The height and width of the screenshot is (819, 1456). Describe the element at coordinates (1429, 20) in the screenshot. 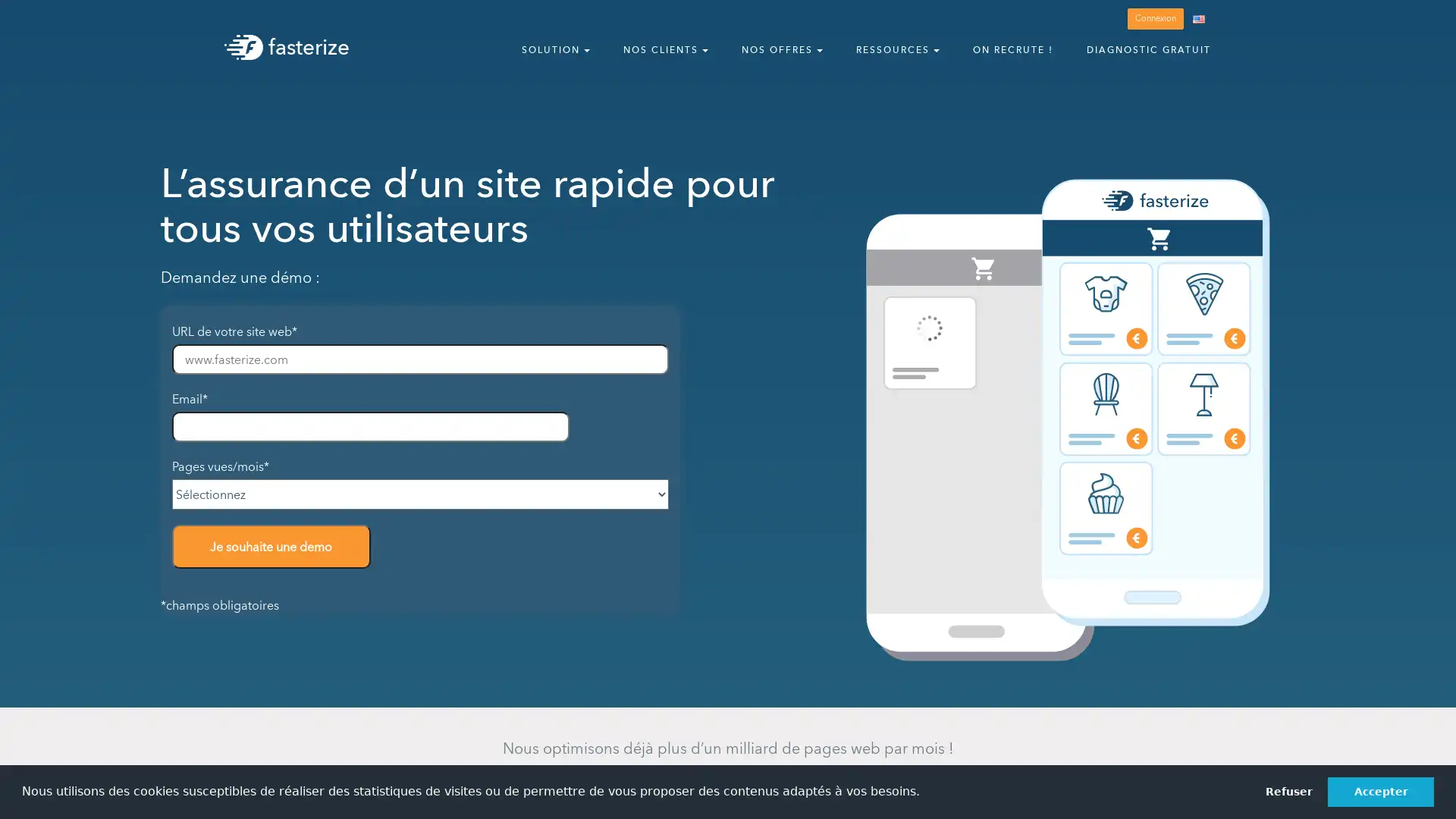

I see `Fermer` at that location.